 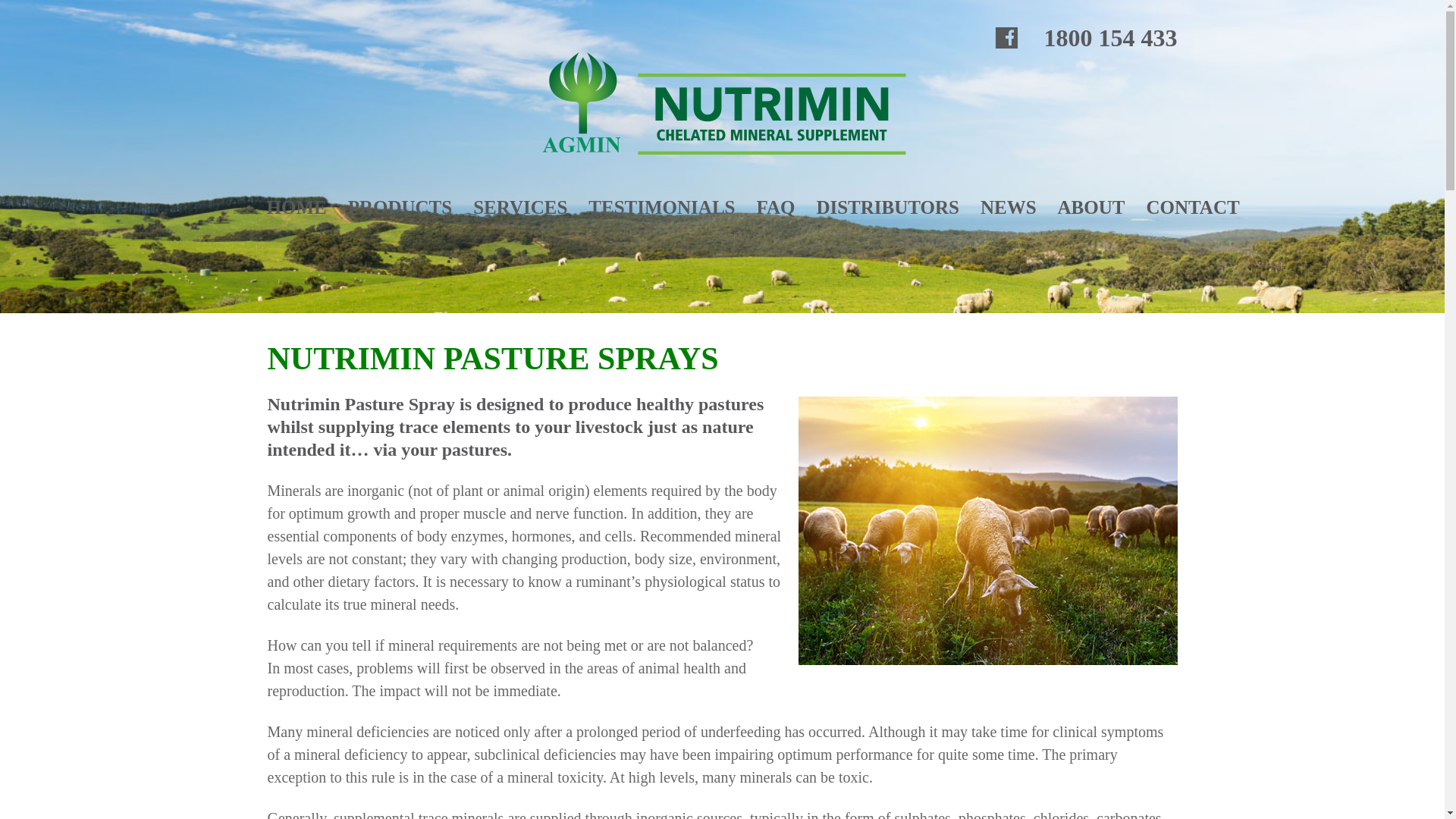 I want to click on '1800 154 433', so click(x=1110, y=37).